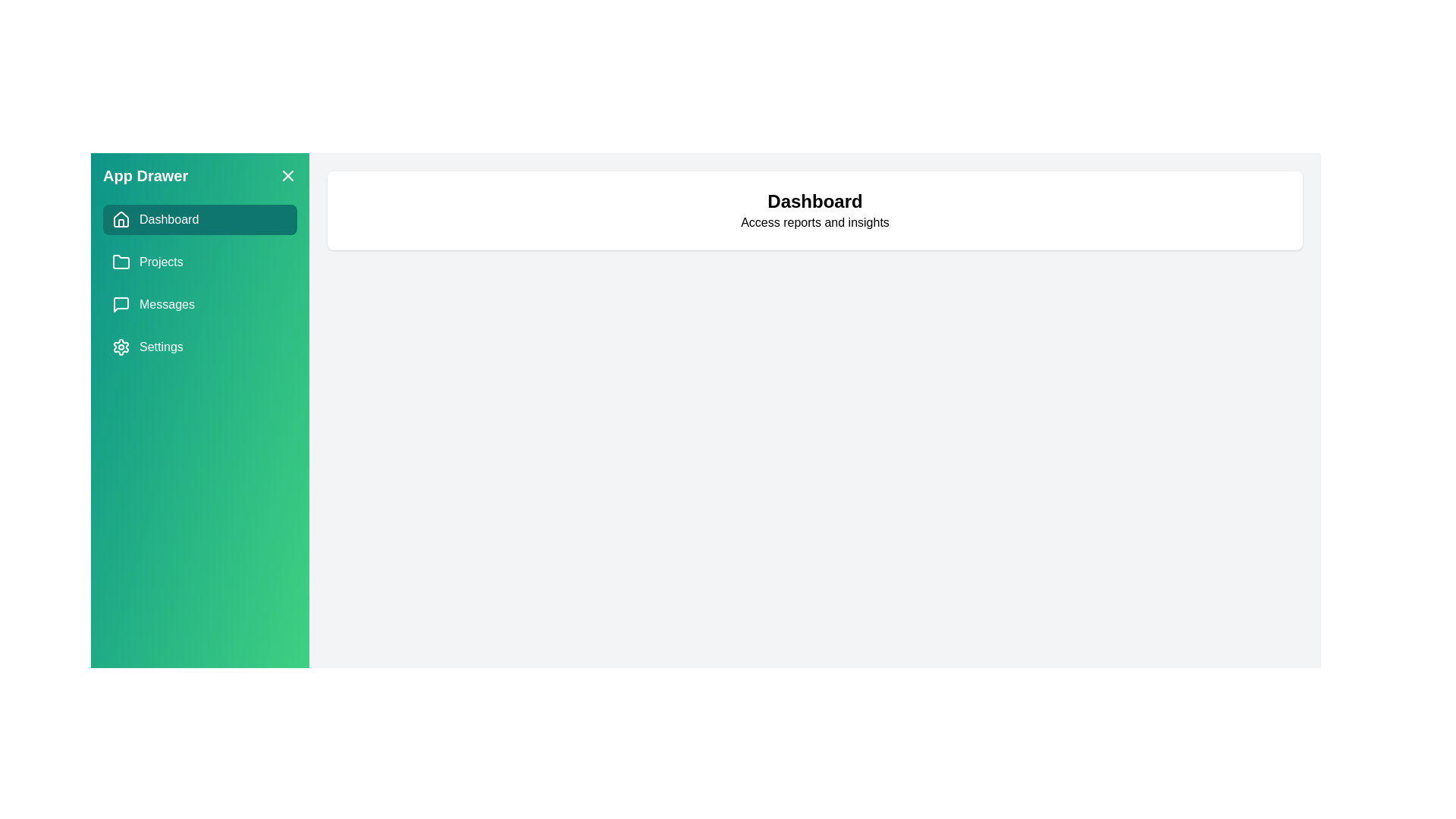  I want to click on the menu item Messages from the drawer, so click(199, 304).